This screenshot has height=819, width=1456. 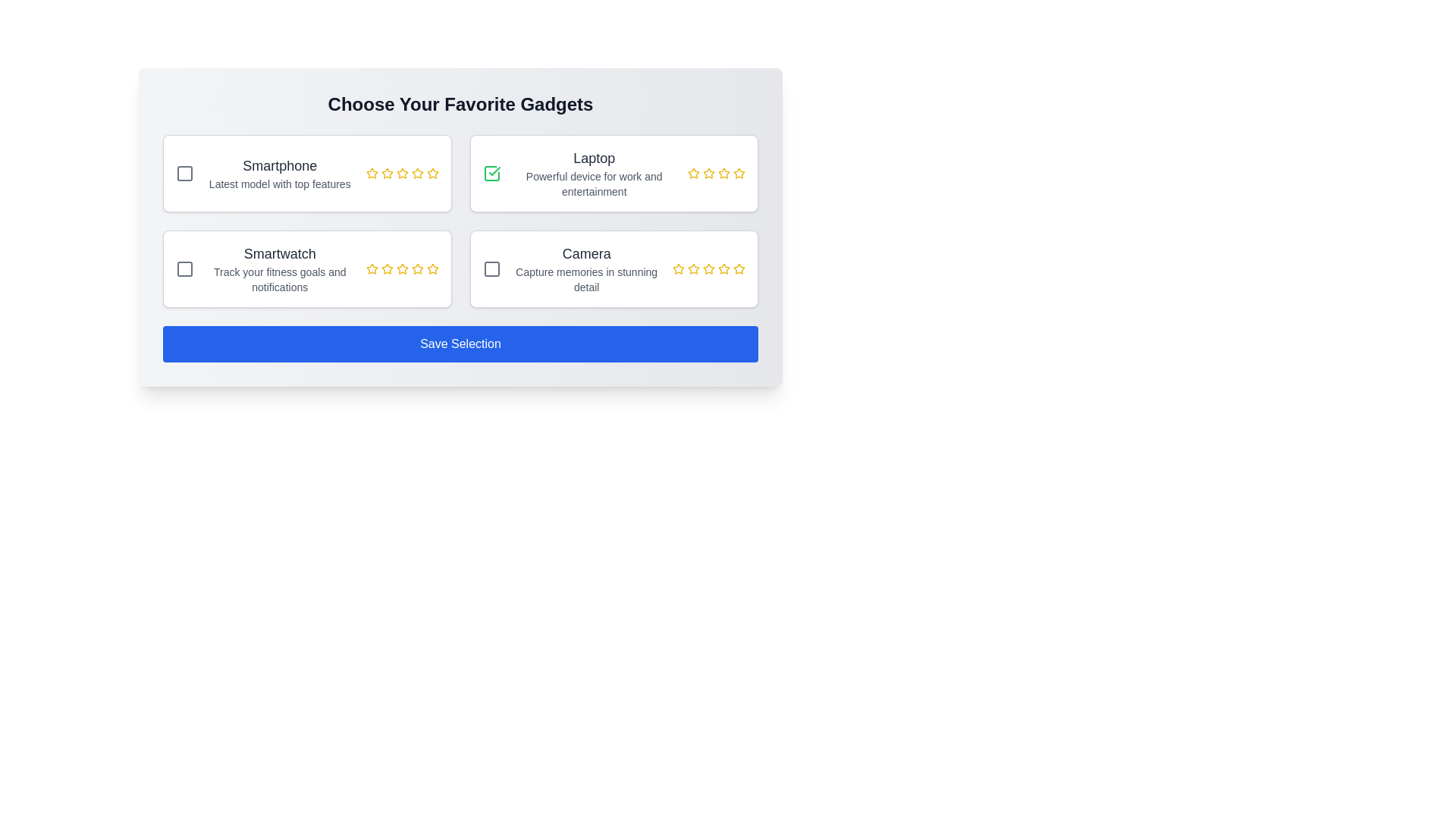 What do you see at coordinates (431, 172) in the screenshot?
I see `the fifth star icon in the star rating system for the 'Smartphone' section` at bounding box center [431, 172].